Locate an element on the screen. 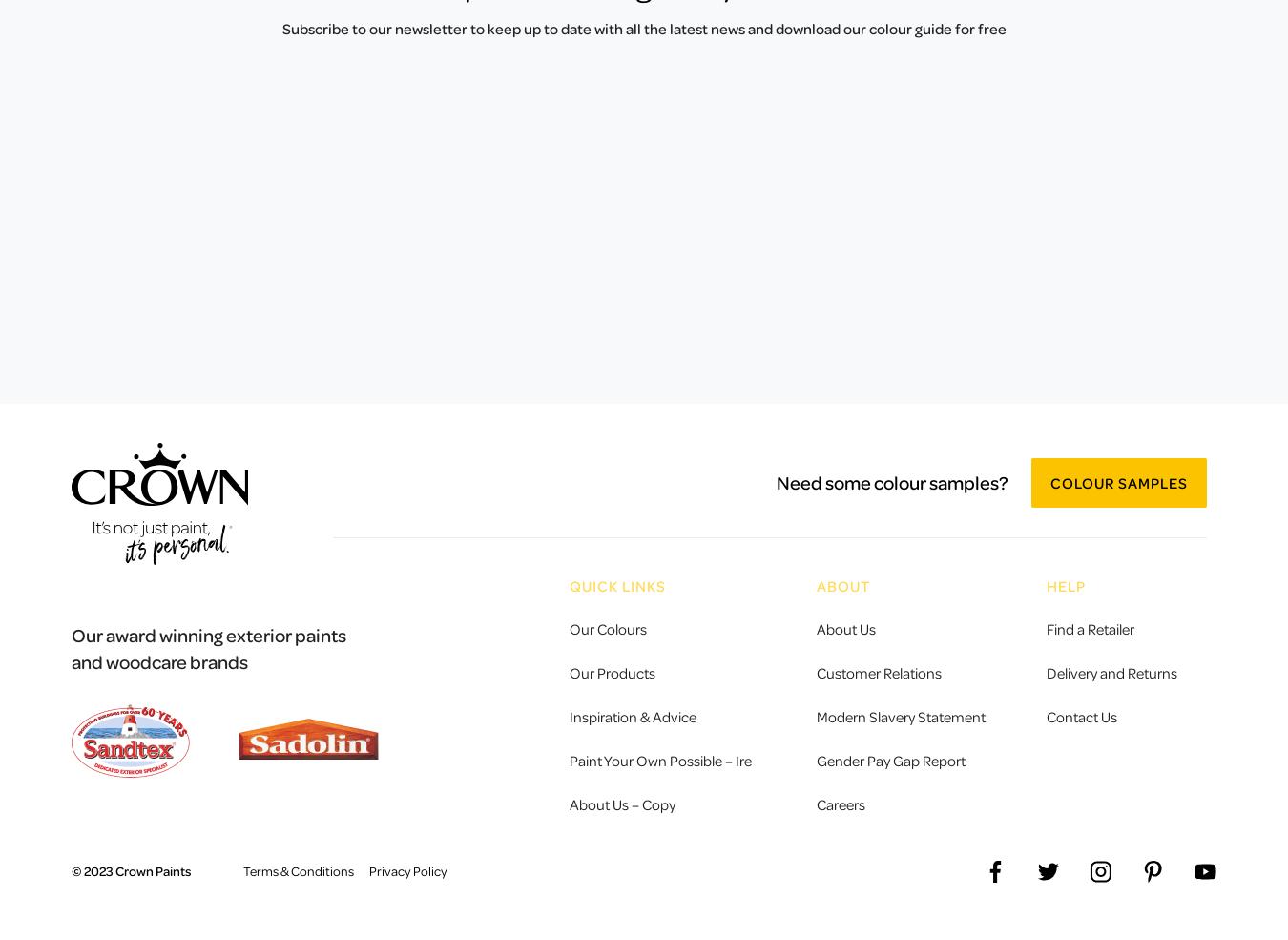 The image size is (1288, 940). 'Paint Your Own Possible – Ire' is located at coordinates (658, 758).